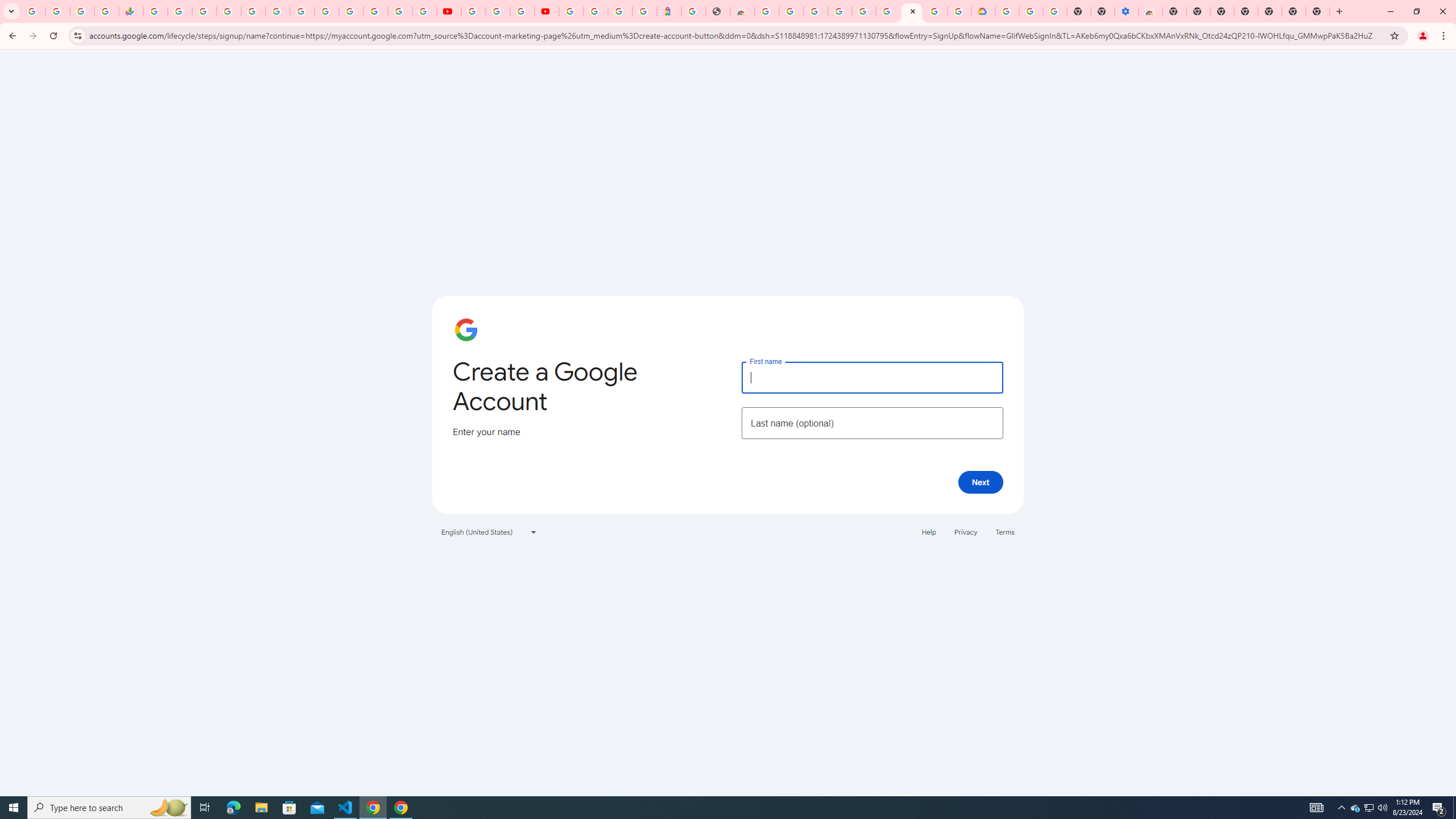 The width and height of the screenshot is (1456, 819). What do you see at coordinates (448, 11) in the screenshot?
I see `'YouTube'` at bounding box center [448, 11].